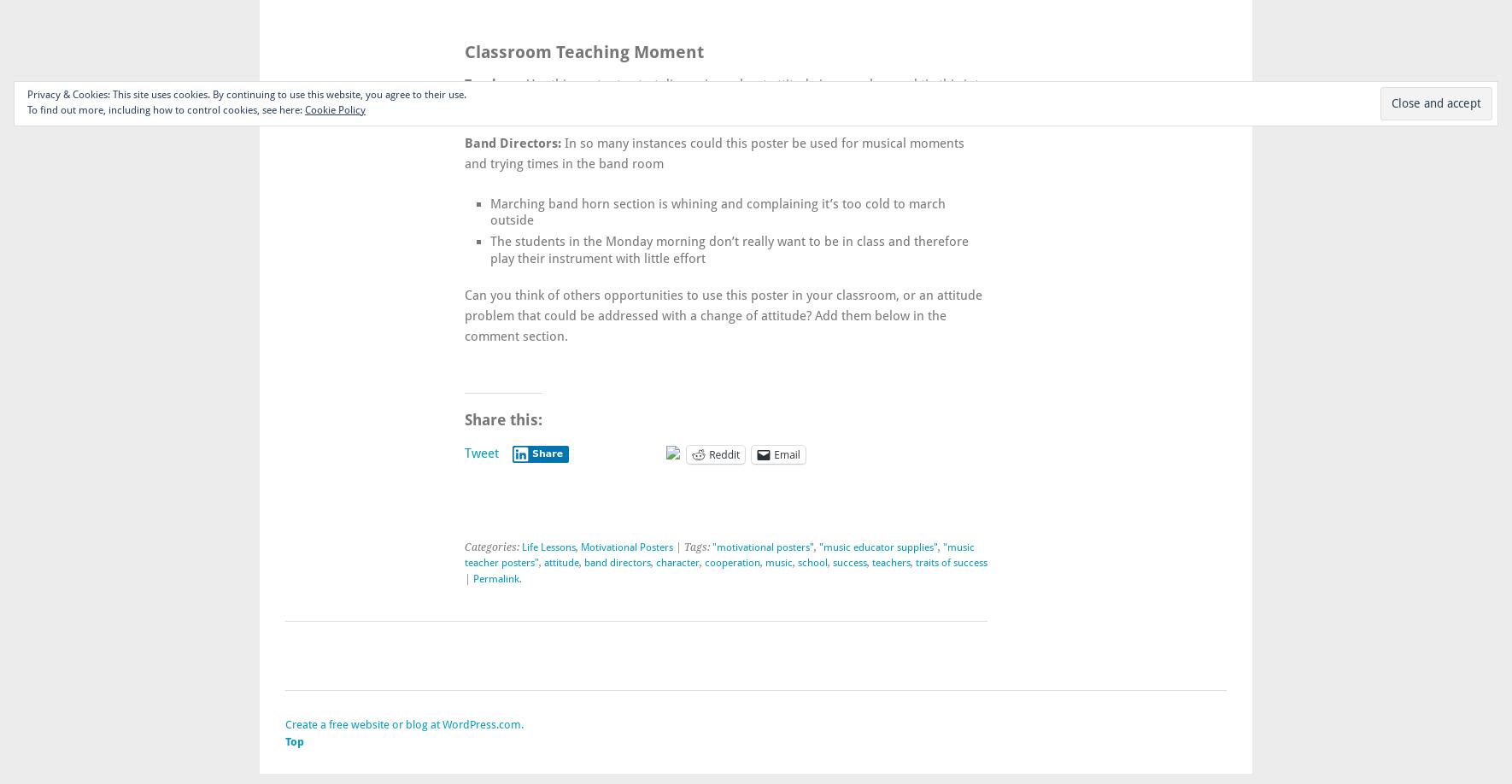 The height and width of the screenshot is (784, 1512). Describe the element at coordinates (761, 547) in the screenshot. I see `'"motivational posters"'` at that location.